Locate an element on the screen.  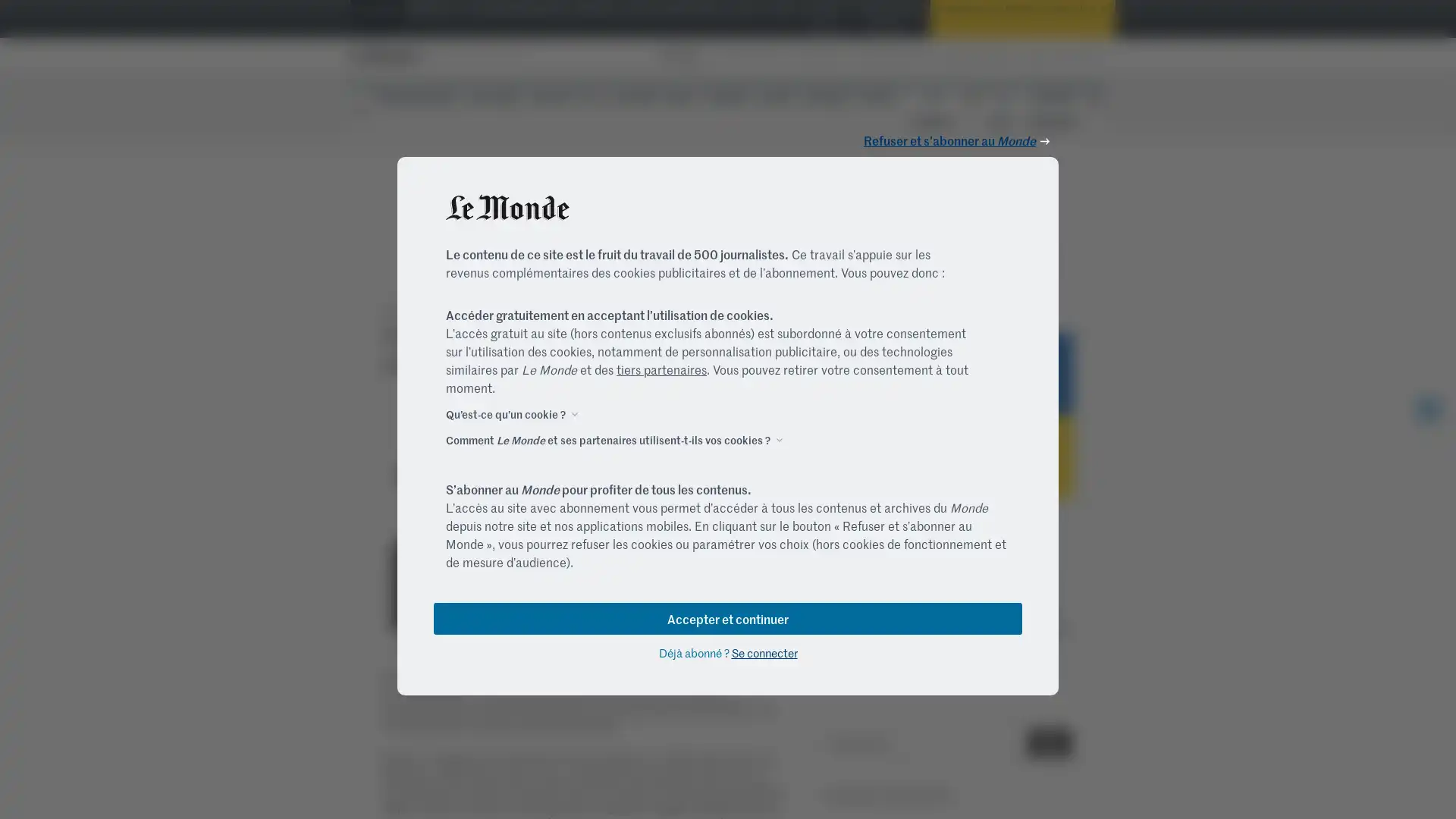
Recherche is located at coordinates (1048, 742).